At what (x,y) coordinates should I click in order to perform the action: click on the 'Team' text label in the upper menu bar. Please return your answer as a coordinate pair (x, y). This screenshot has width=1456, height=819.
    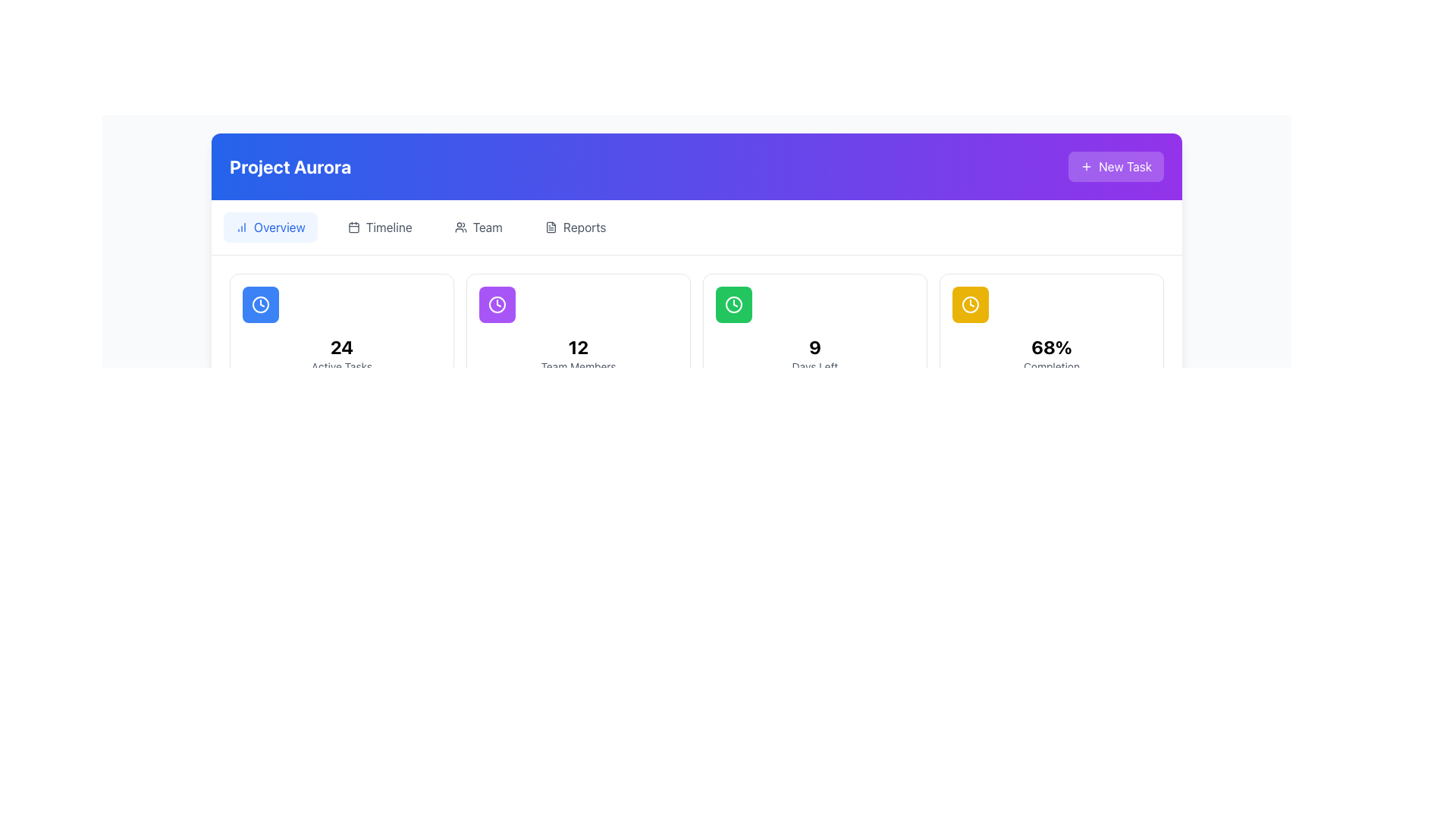
    Looking at the image, I should click on (488, 227).